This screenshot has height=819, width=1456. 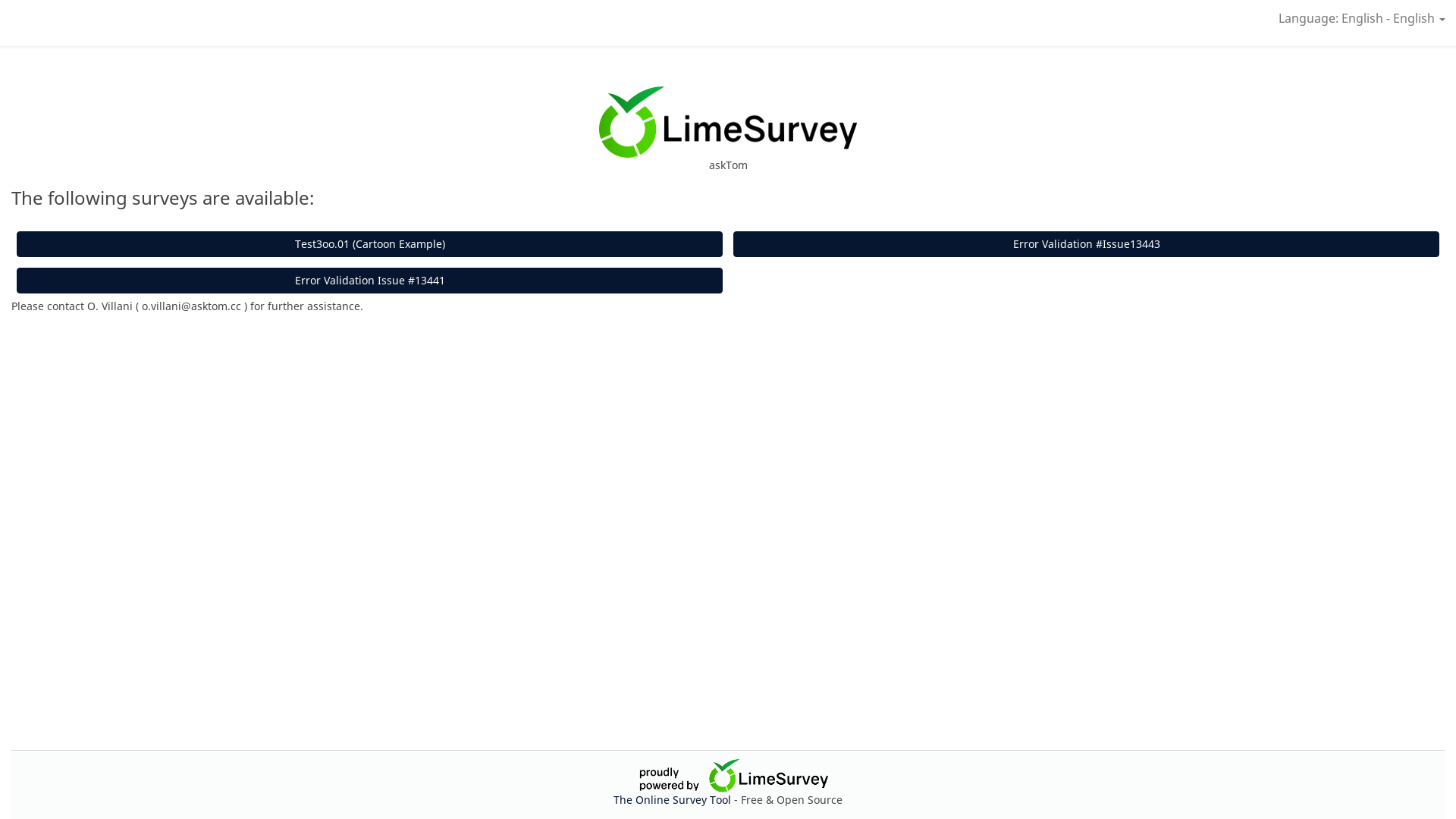 What do you see at coordinates (673, 799) in the screenshot?
I see `'The Online Survey Tool'` at bounding box center [673, 799].